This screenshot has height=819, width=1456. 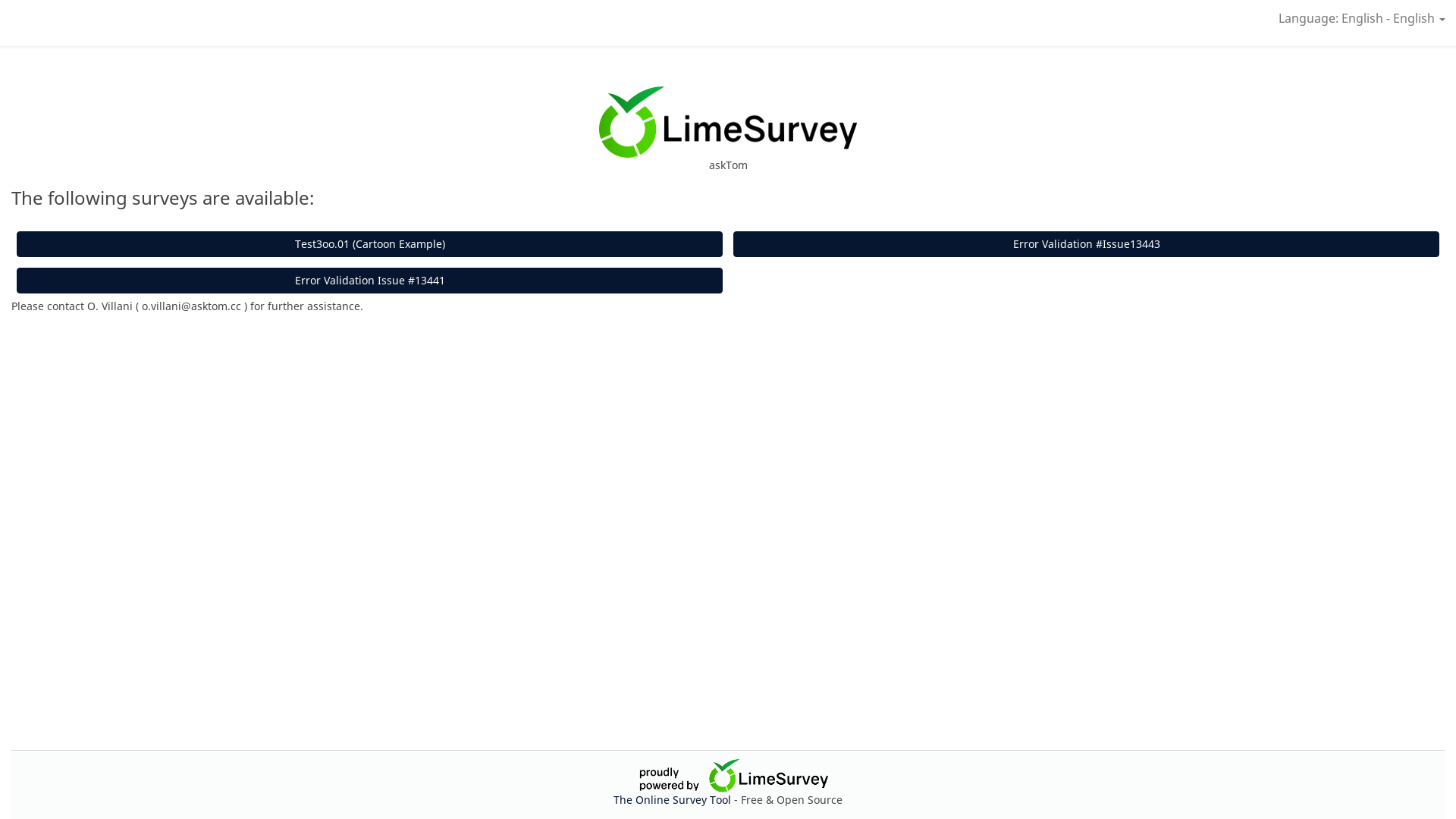 What do you see at coordinates (673, 799) in the screenshot?
I see `'The Online Survey Tool'` at bounding box center [673, 799].